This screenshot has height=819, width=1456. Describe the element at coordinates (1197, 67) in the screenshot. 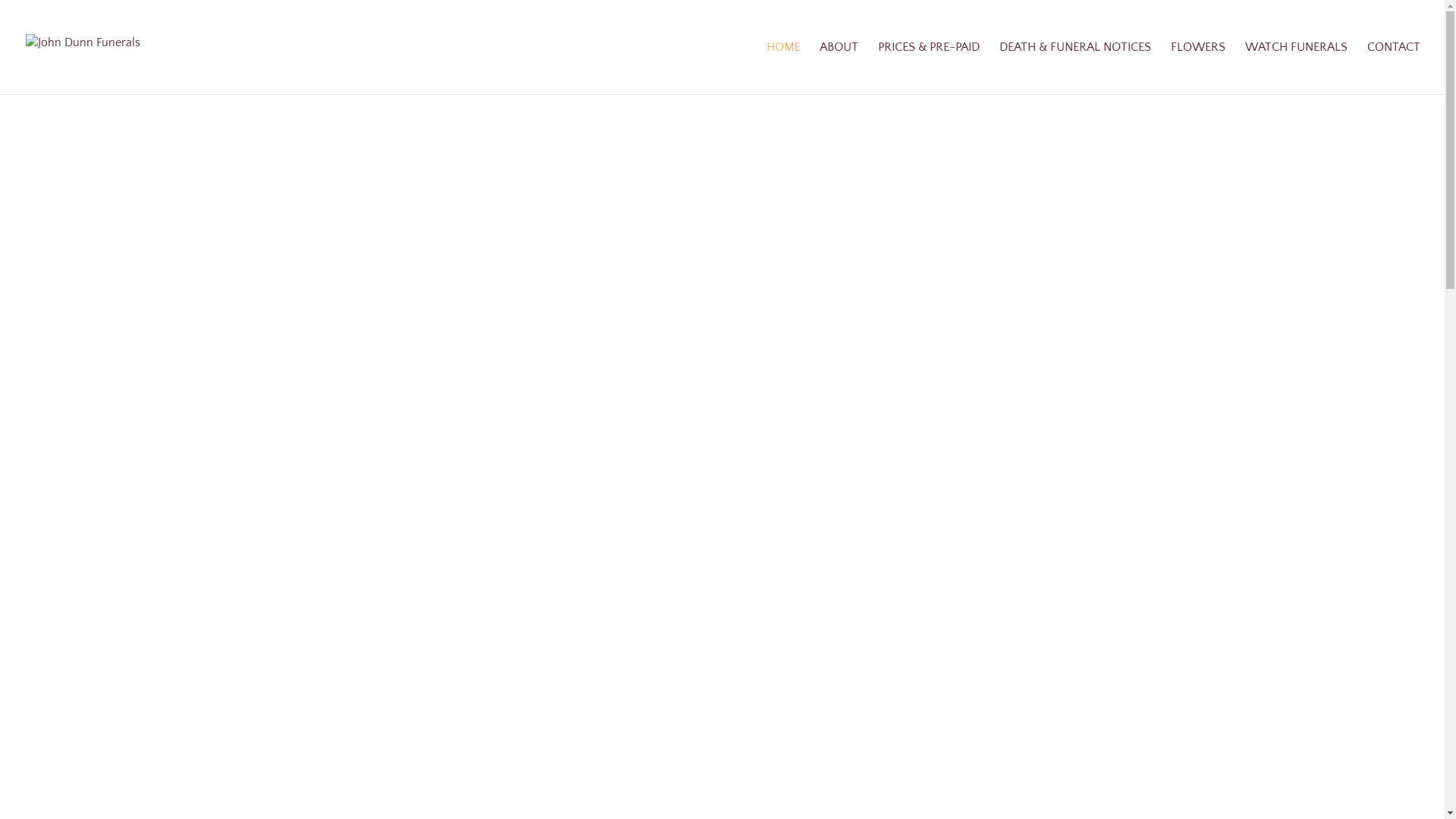

I see `'FLOWERS'` at that location.